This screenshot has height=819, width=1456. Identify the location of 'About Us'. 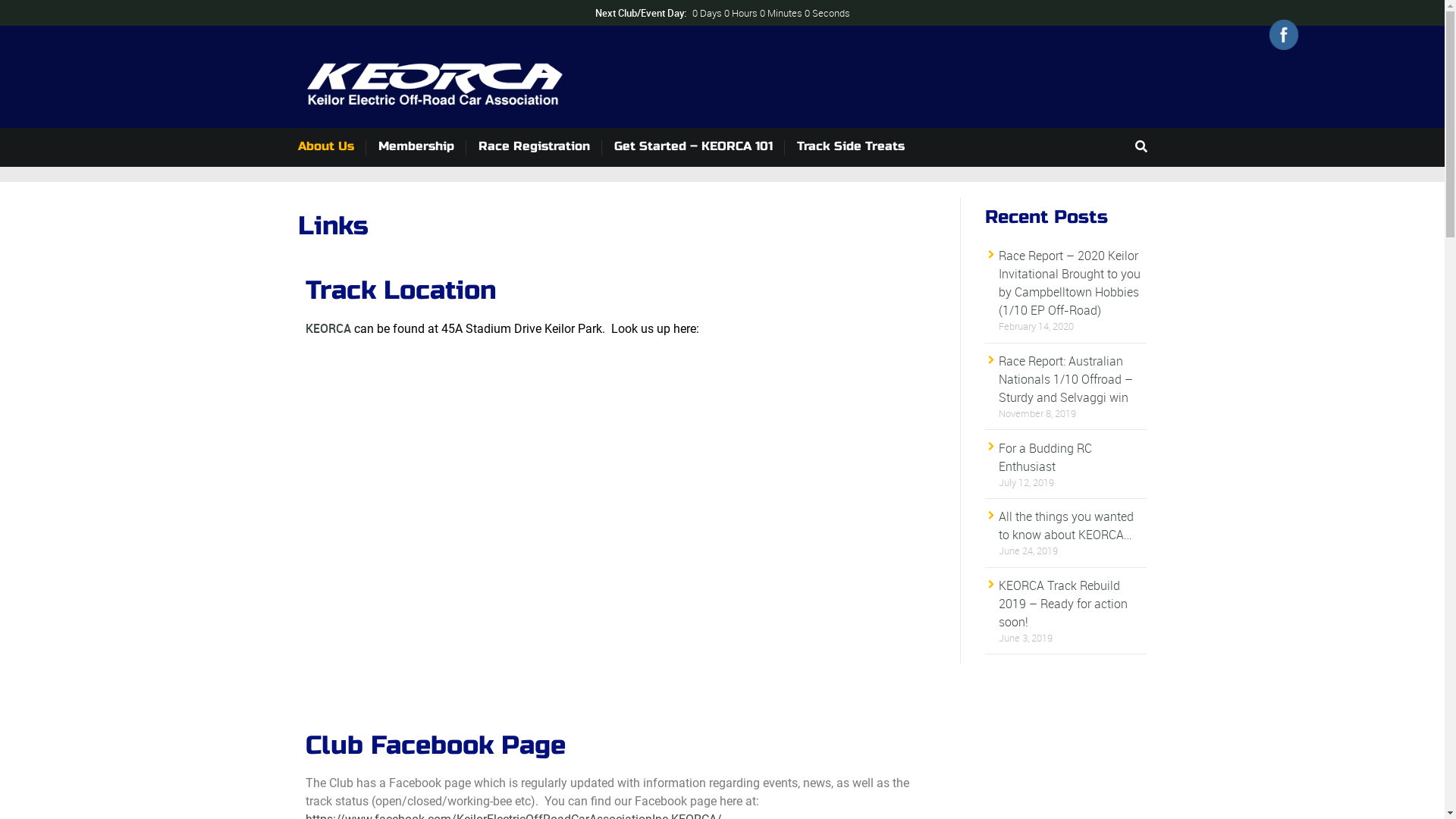
(330, 147).